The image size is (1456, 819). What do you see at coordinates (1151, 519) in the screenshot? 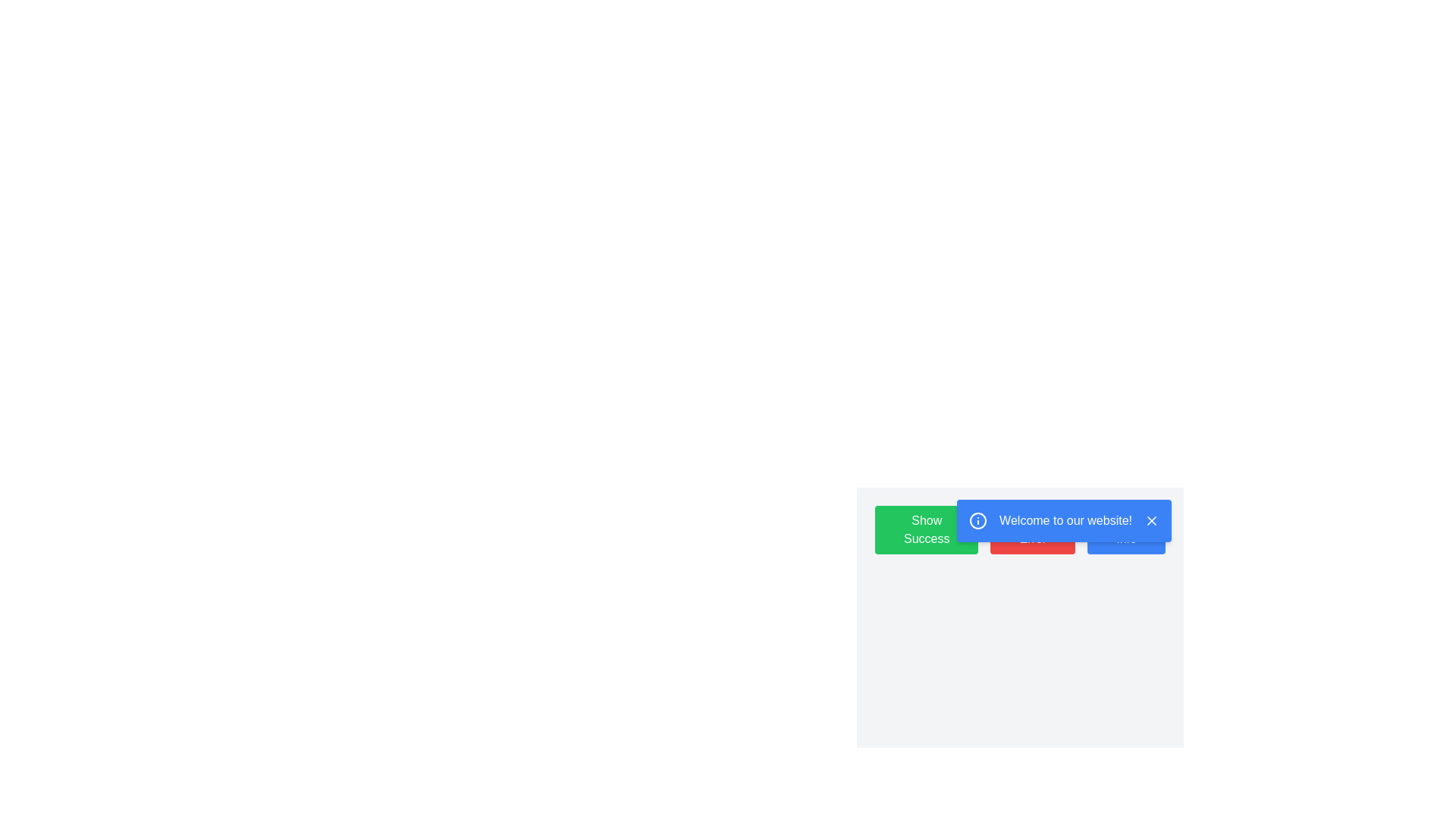
I see `the 'Close' button represented by an 'X' icon` at bounding box center [1151, 519].